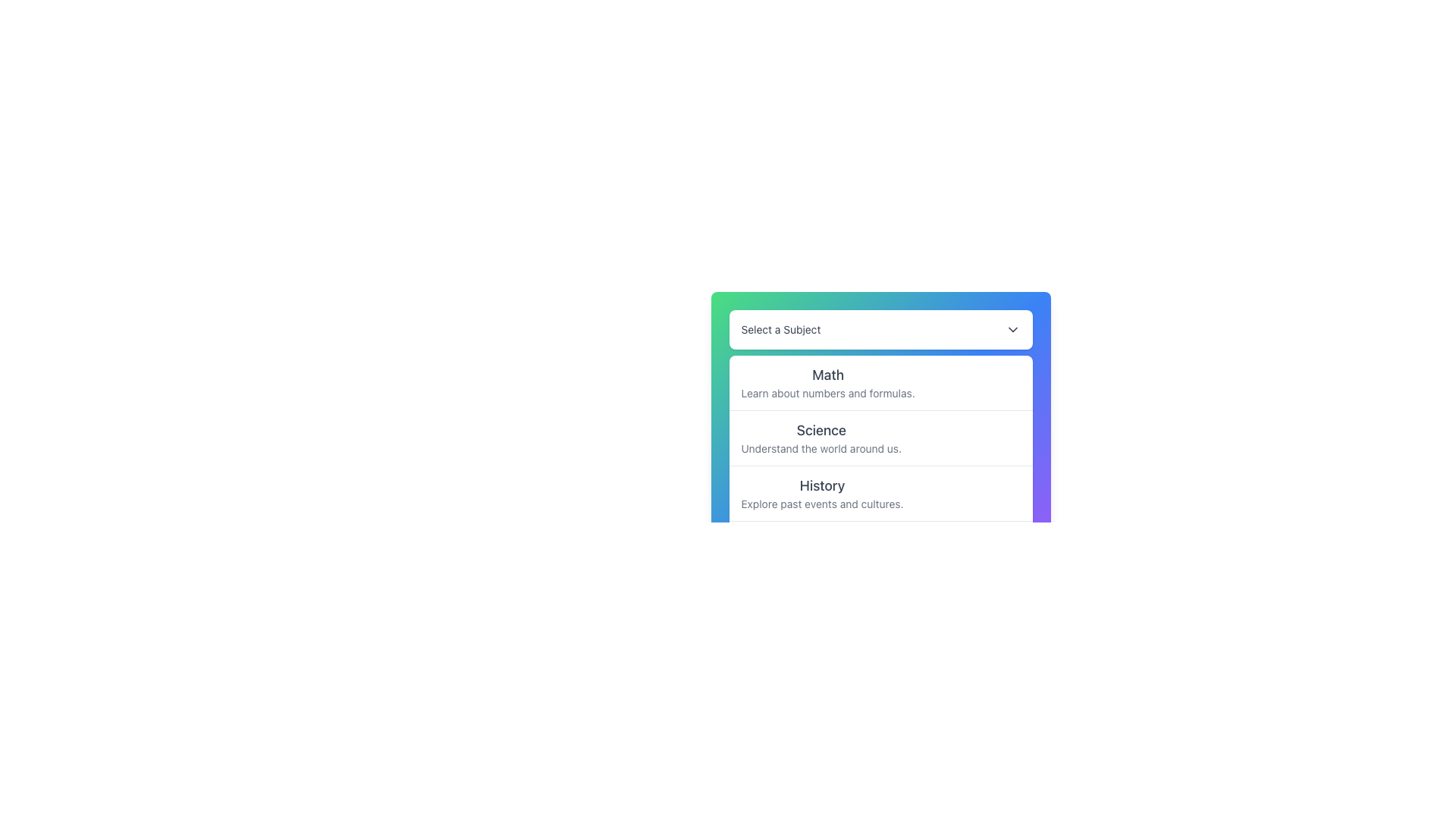  What do you see at coordinates (880, 329) in the screenshot?
I see `the Dropdown trigger button located at the top of the list of options` at bounding box center [880, 329].